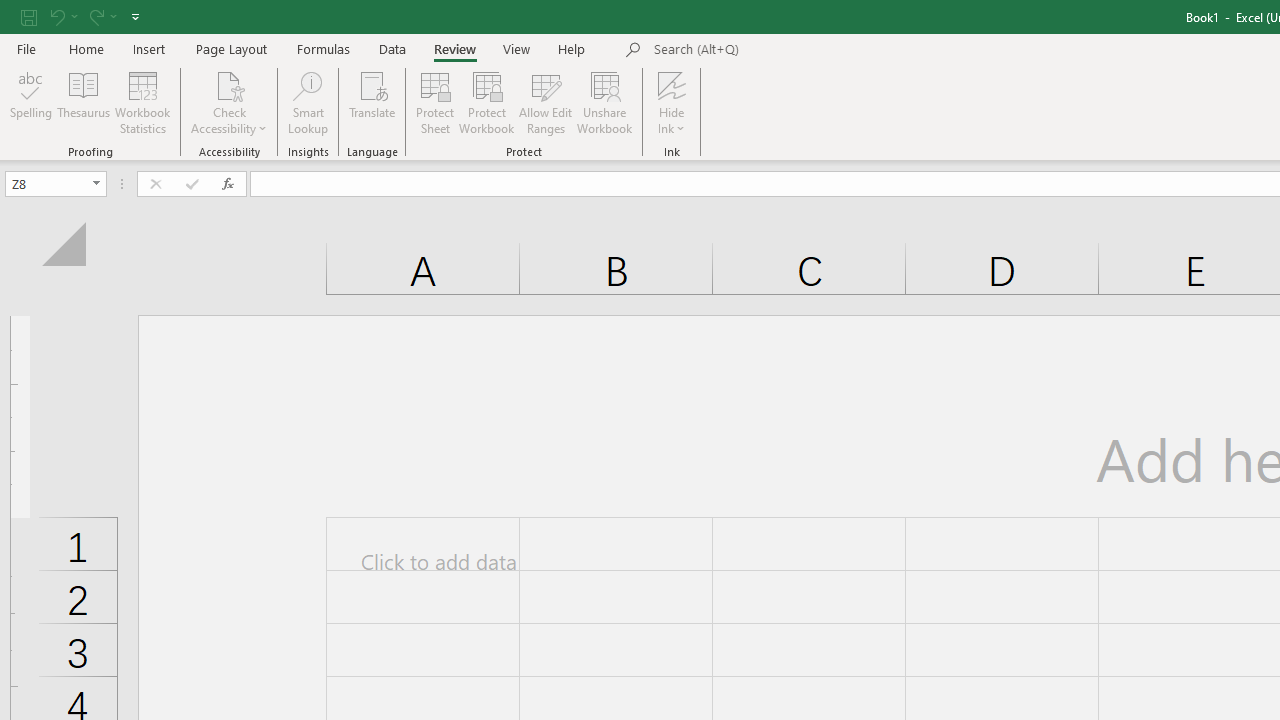 Image resolution: width=1280 pixels, height=720 pixels. Describe the element at coordinates (545, 103) in the screenshot. I see `'Allow Edit Ranges'` at that location.